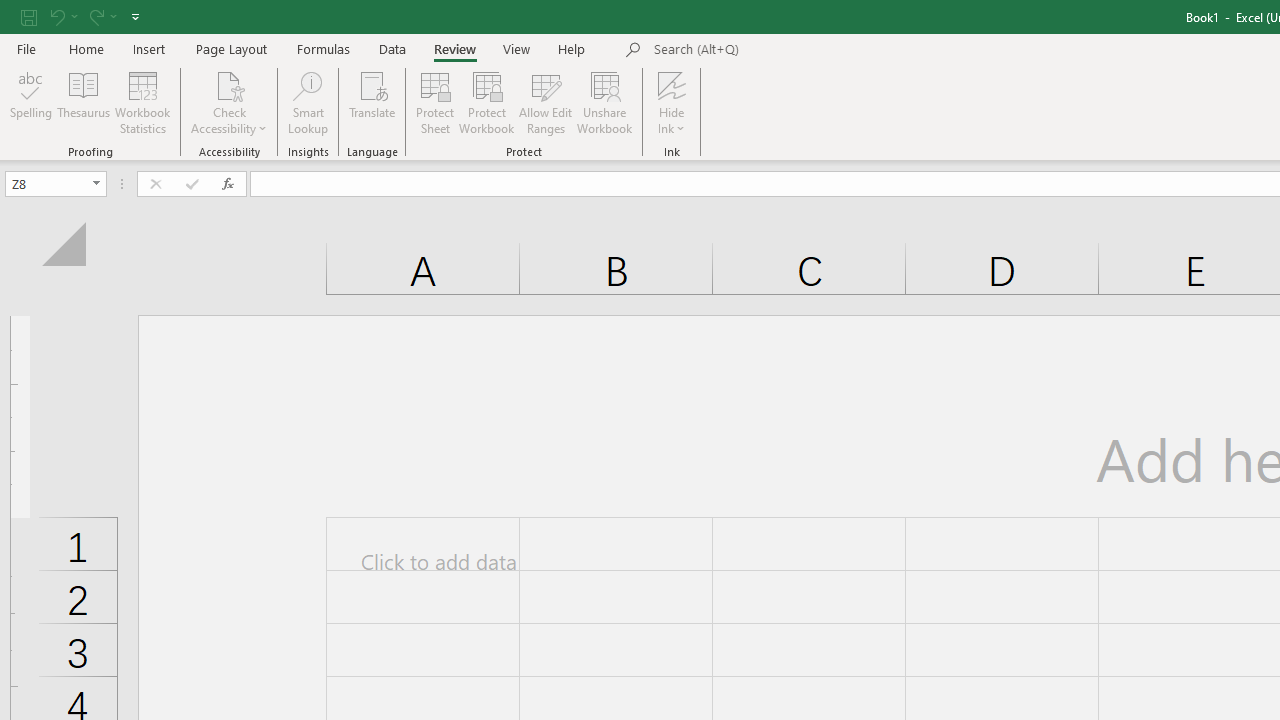 Image resolution: width=1280 pixels, height=720 pixels. Describe the element at coordinates (545, 103) in the screenshot. I see `'Allow Edit Ranges'` at that location.